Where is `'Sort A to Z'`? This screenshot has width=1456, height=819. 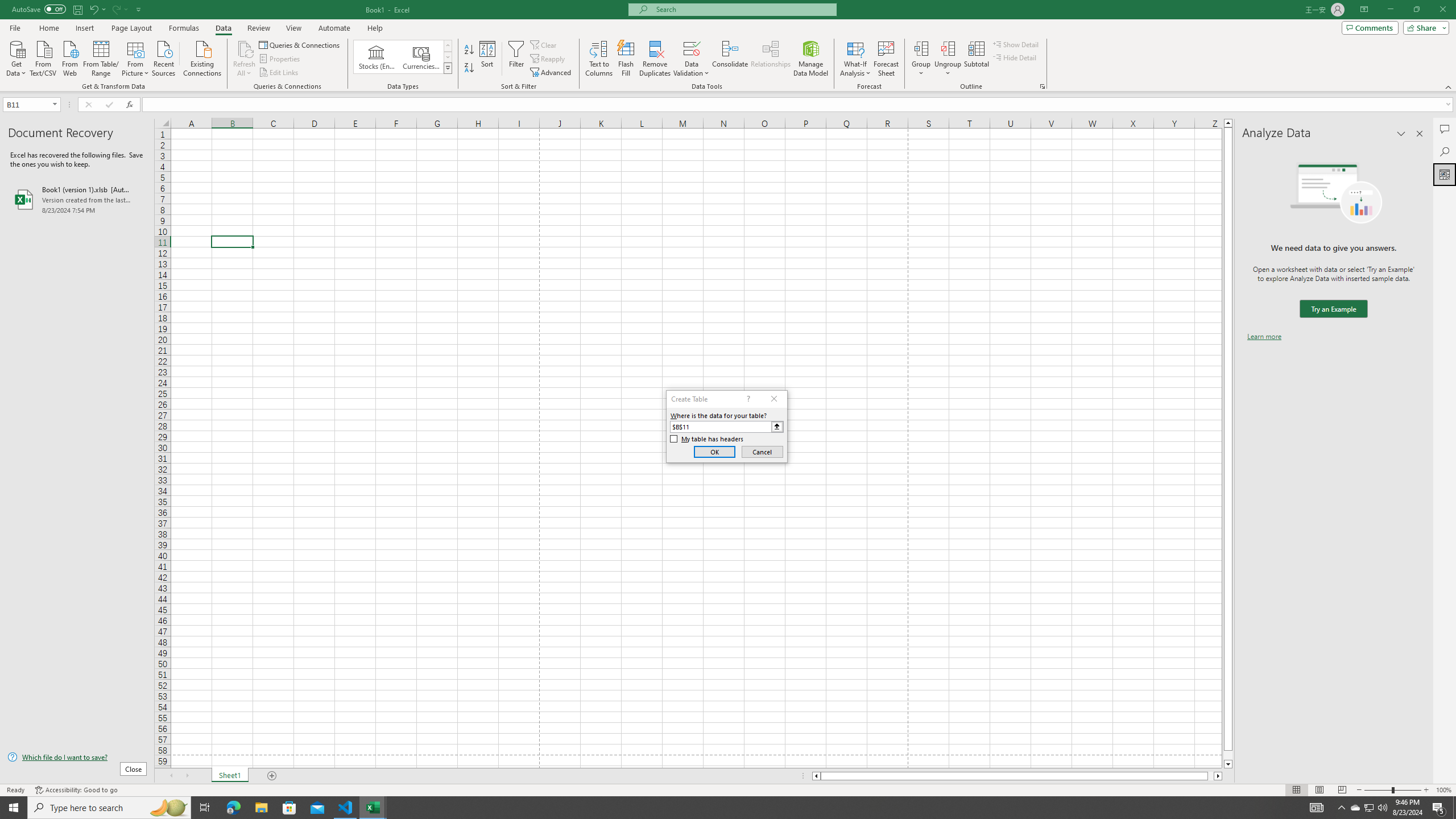
'Sort A to Z' is located at coordinates (469, 49).